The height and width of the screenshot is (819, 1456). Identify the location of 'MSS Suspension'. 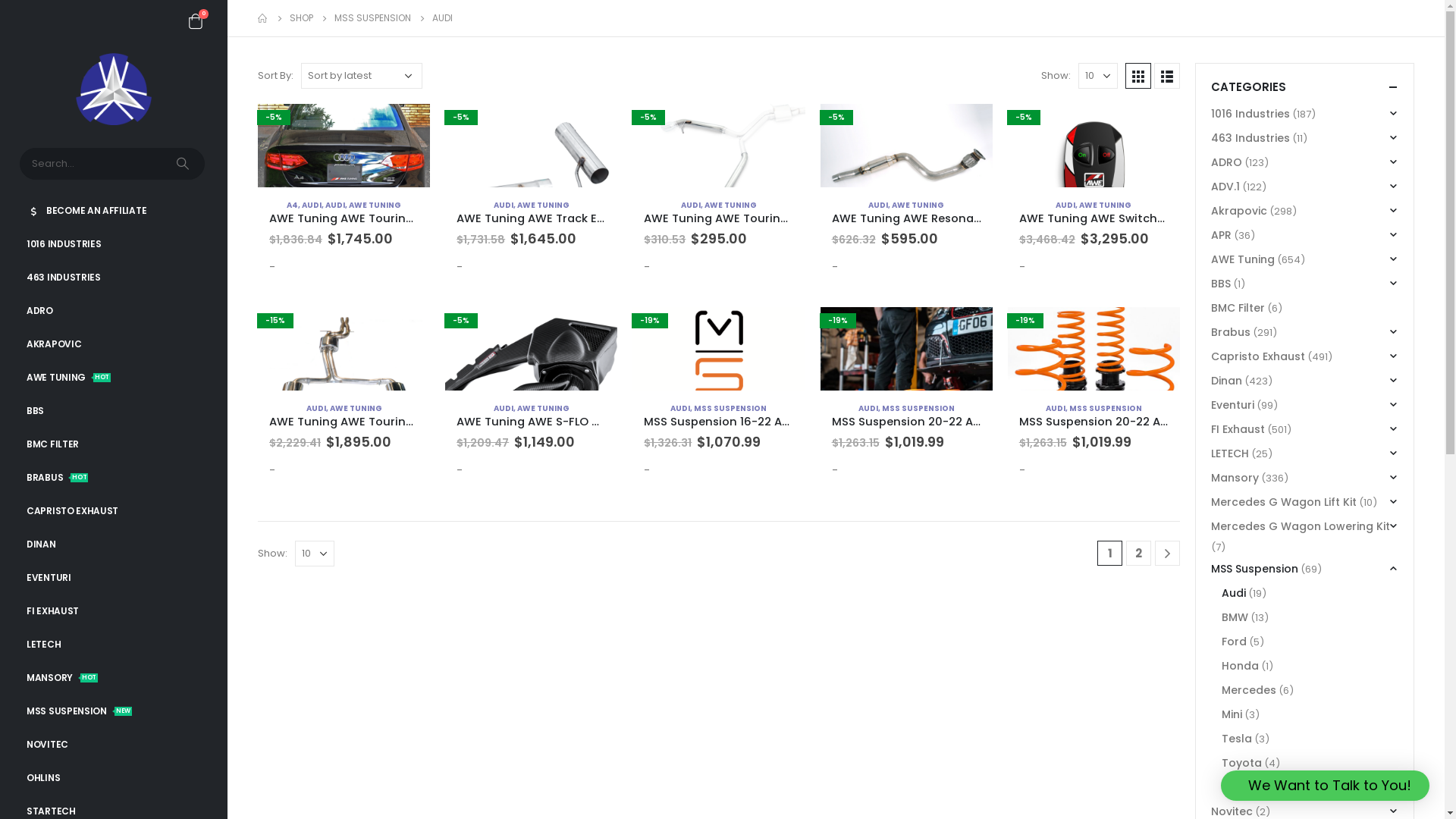
(1254, 568).